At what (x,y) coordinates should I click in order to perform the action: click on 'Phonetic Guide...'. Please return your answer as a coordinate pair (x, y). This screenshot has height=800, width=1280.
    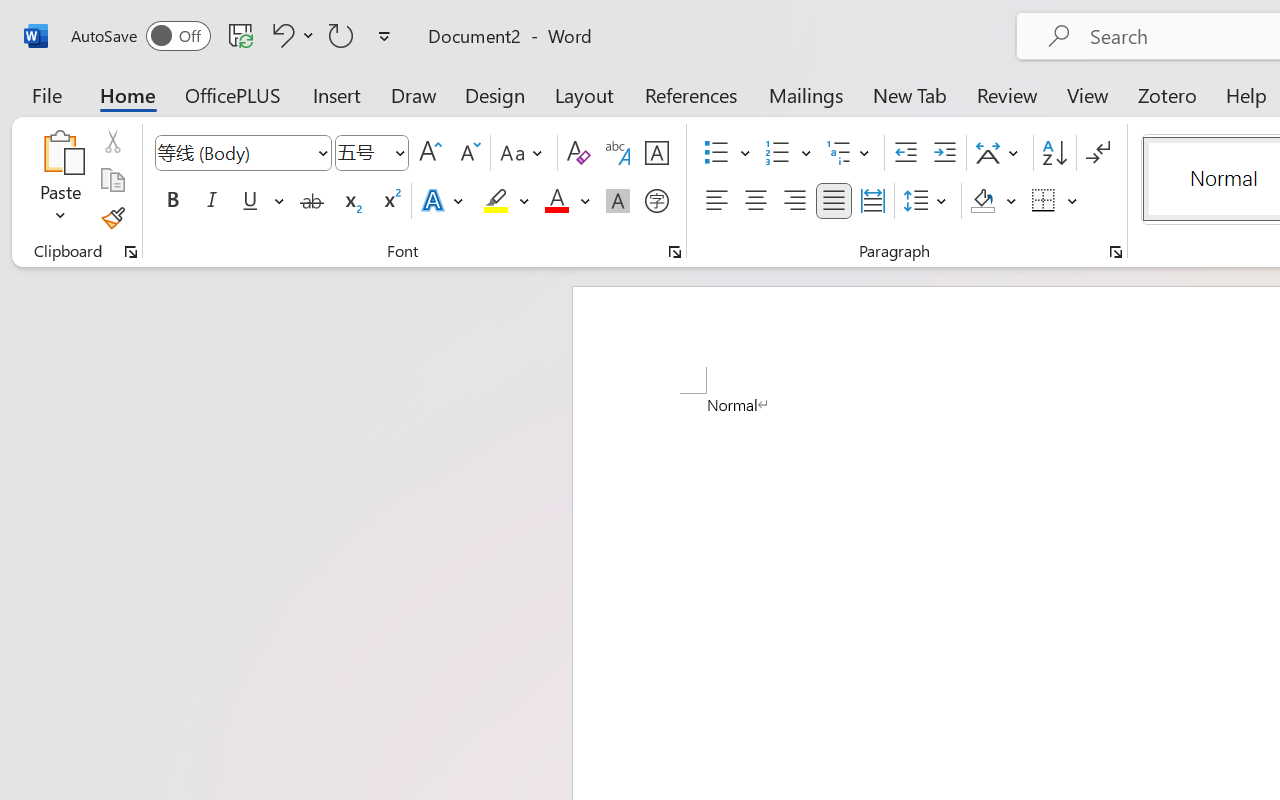
    Looking at the image, I should click on (617, 153).